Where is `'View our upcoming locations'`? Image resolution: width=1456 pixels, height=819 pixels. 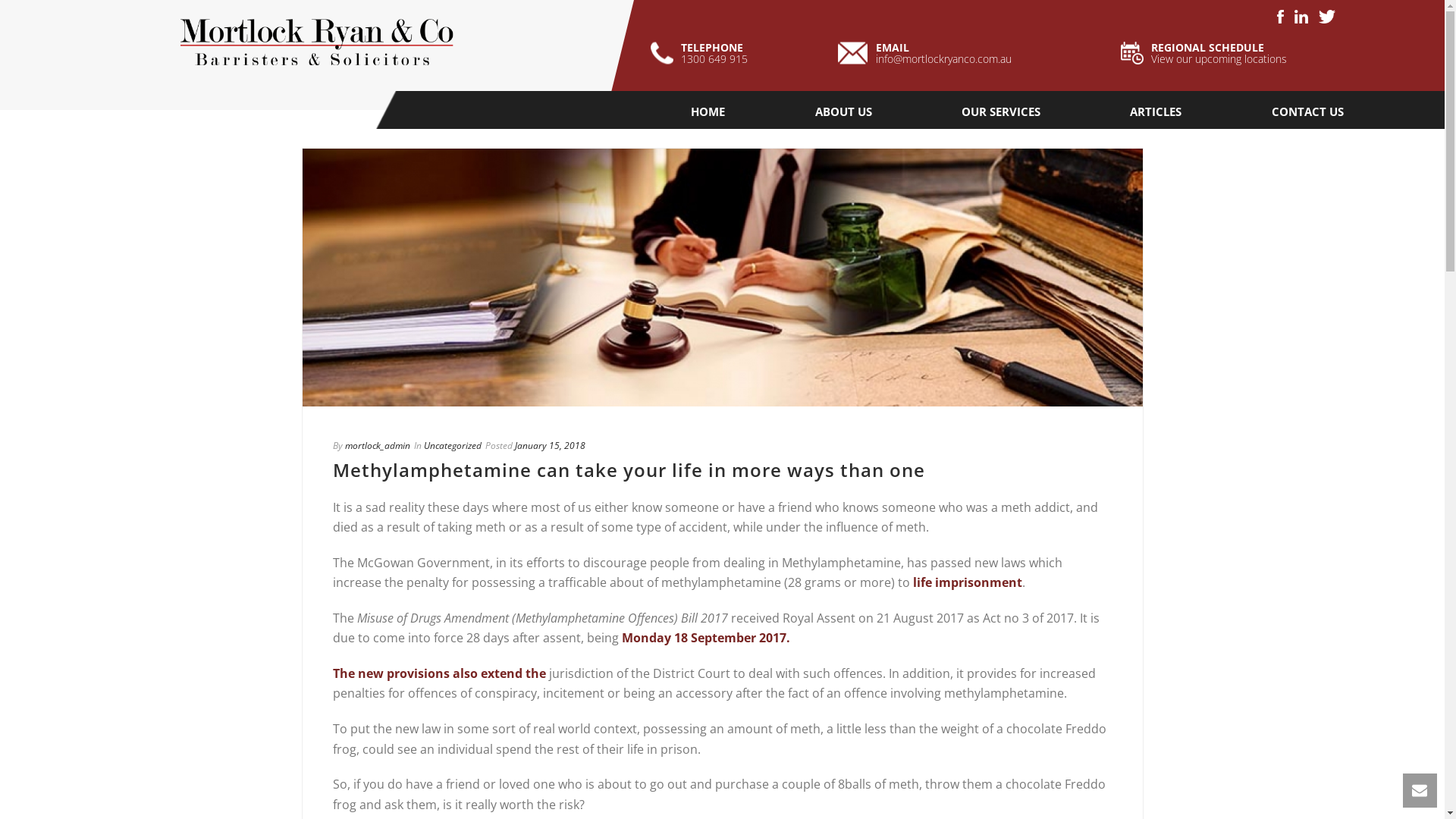 'View our upcoming locations' is located at coordinates (1219, 58).